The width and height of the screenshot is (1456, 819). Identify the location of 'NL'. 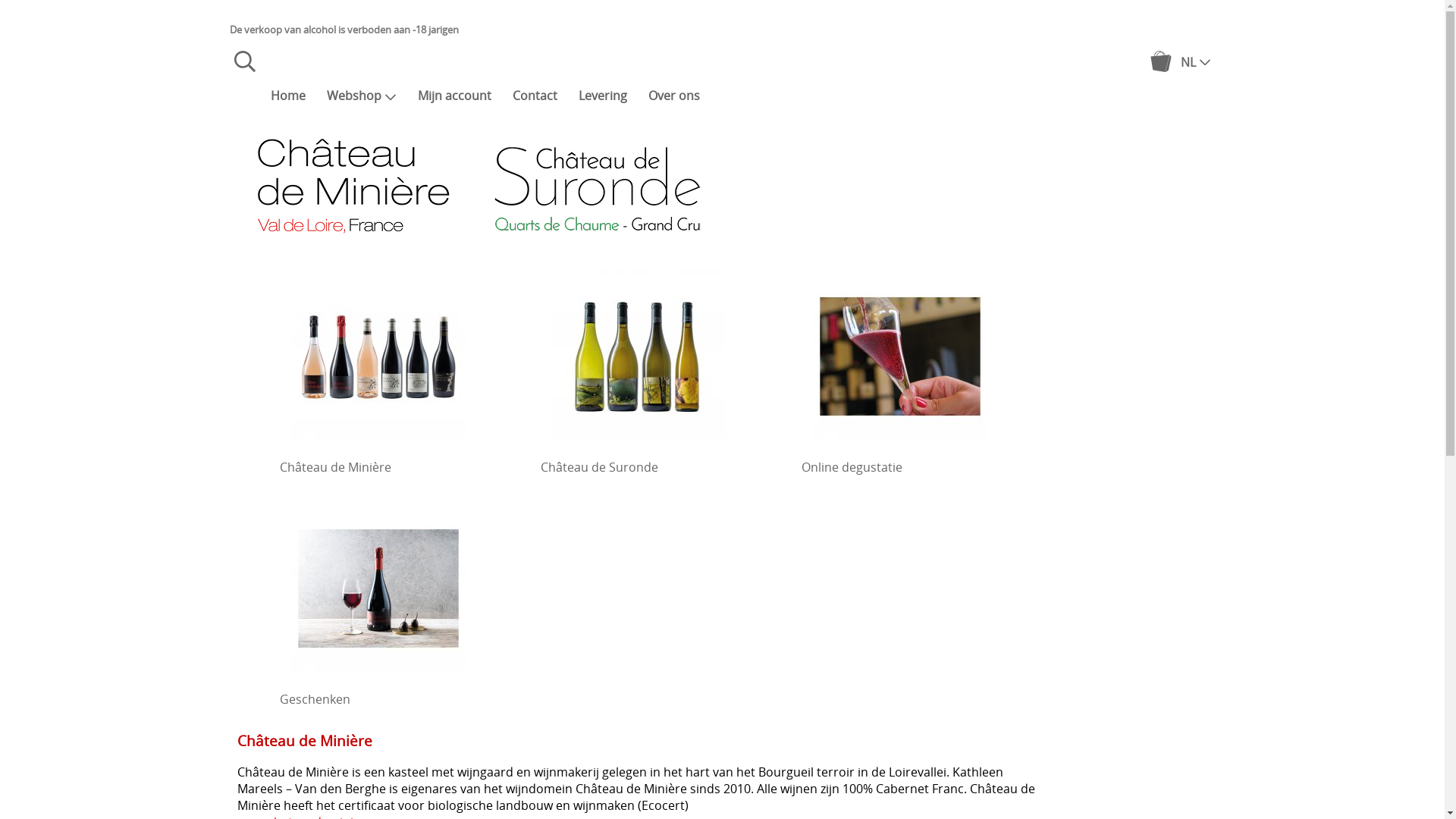
(1178, 60).